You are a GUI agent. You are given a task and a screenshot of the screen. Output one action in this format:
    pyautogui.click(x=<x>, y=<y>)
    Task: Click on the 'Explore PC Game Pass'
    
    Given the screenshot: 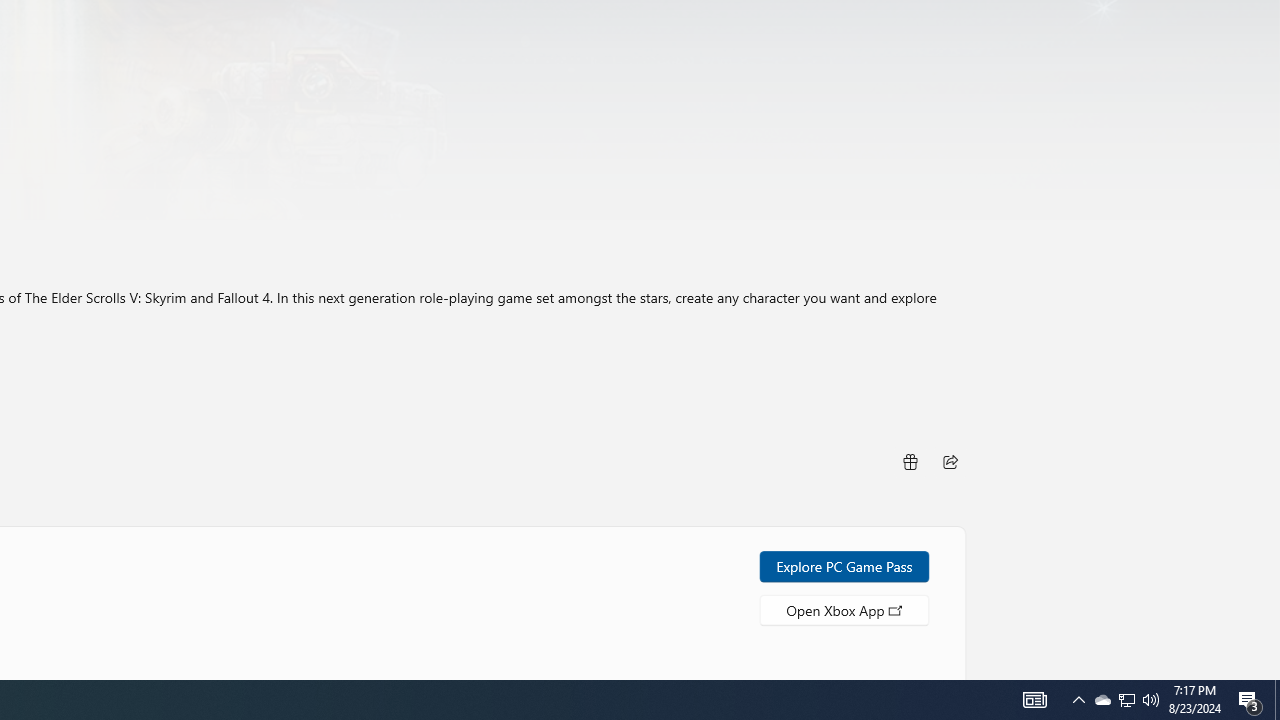 What is the action you would take?
    pyautogui.click(x=844, y=565)
    